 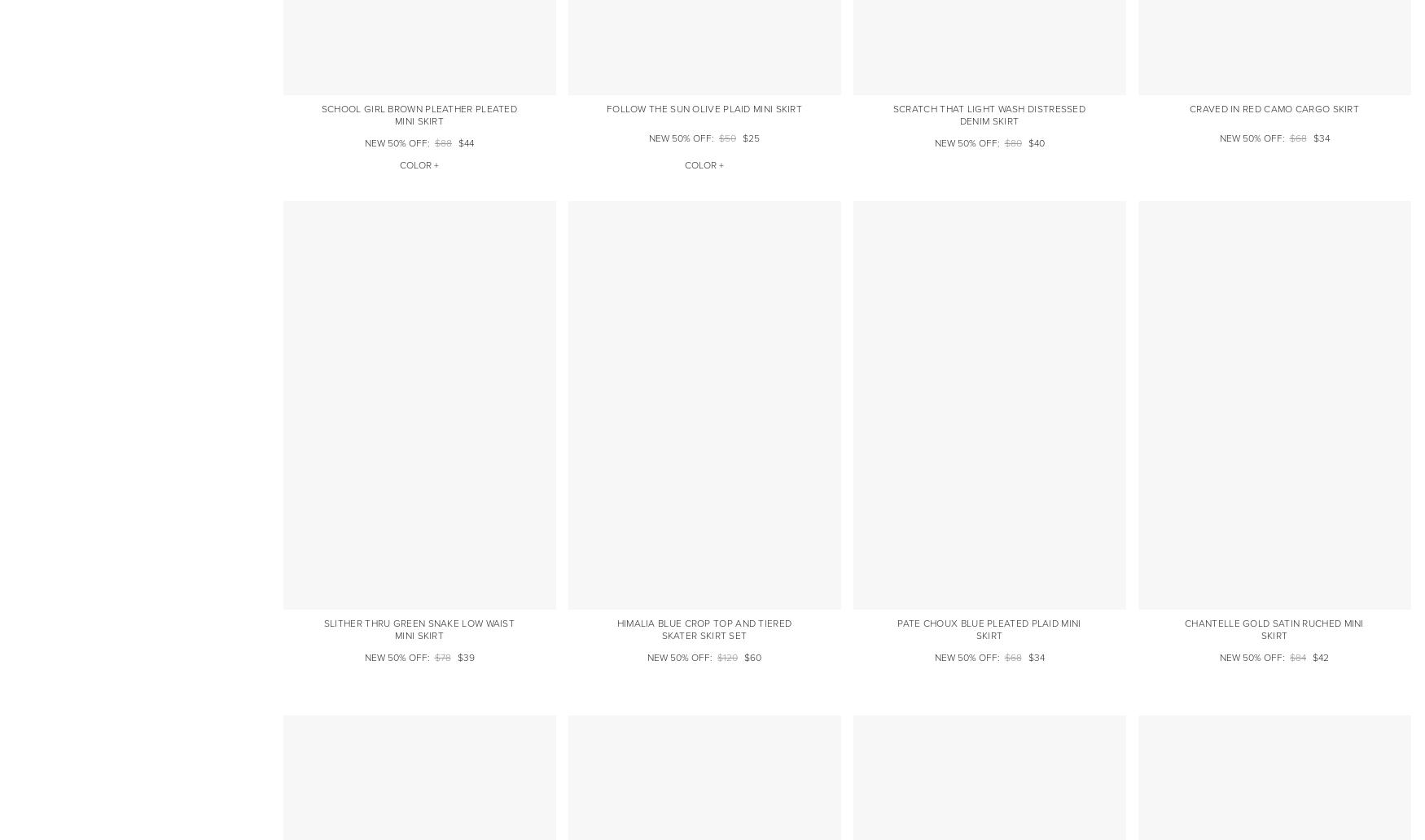 What do you see at coordinates (1298, 658) in the screenshot?
I see `'$84'` at bounding box center [1298, 658].